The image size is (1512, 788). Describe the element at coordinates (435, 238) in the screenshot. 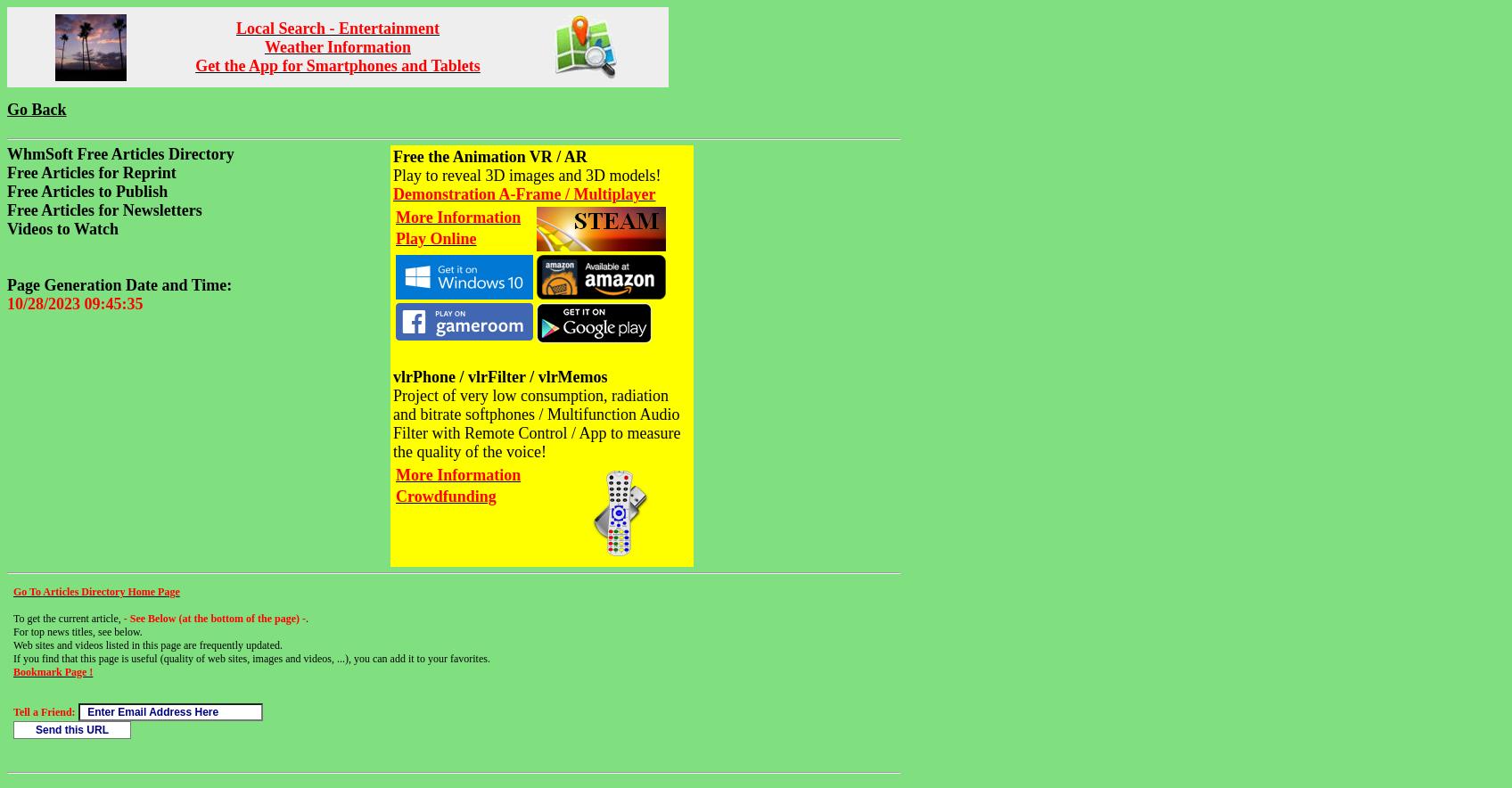

I see `'Play Online'` at that location.